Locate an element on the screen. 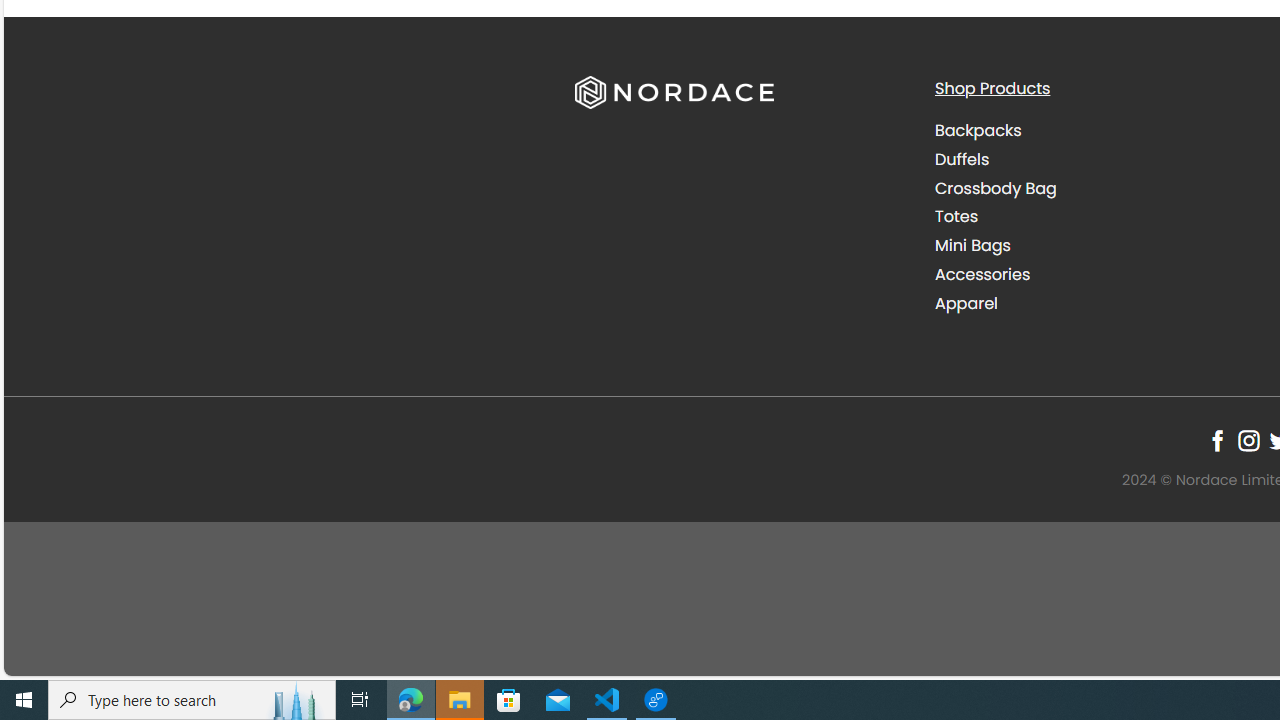 The image size is (1280, 720). 'Apparel' is located at coordinates (1098, 303).